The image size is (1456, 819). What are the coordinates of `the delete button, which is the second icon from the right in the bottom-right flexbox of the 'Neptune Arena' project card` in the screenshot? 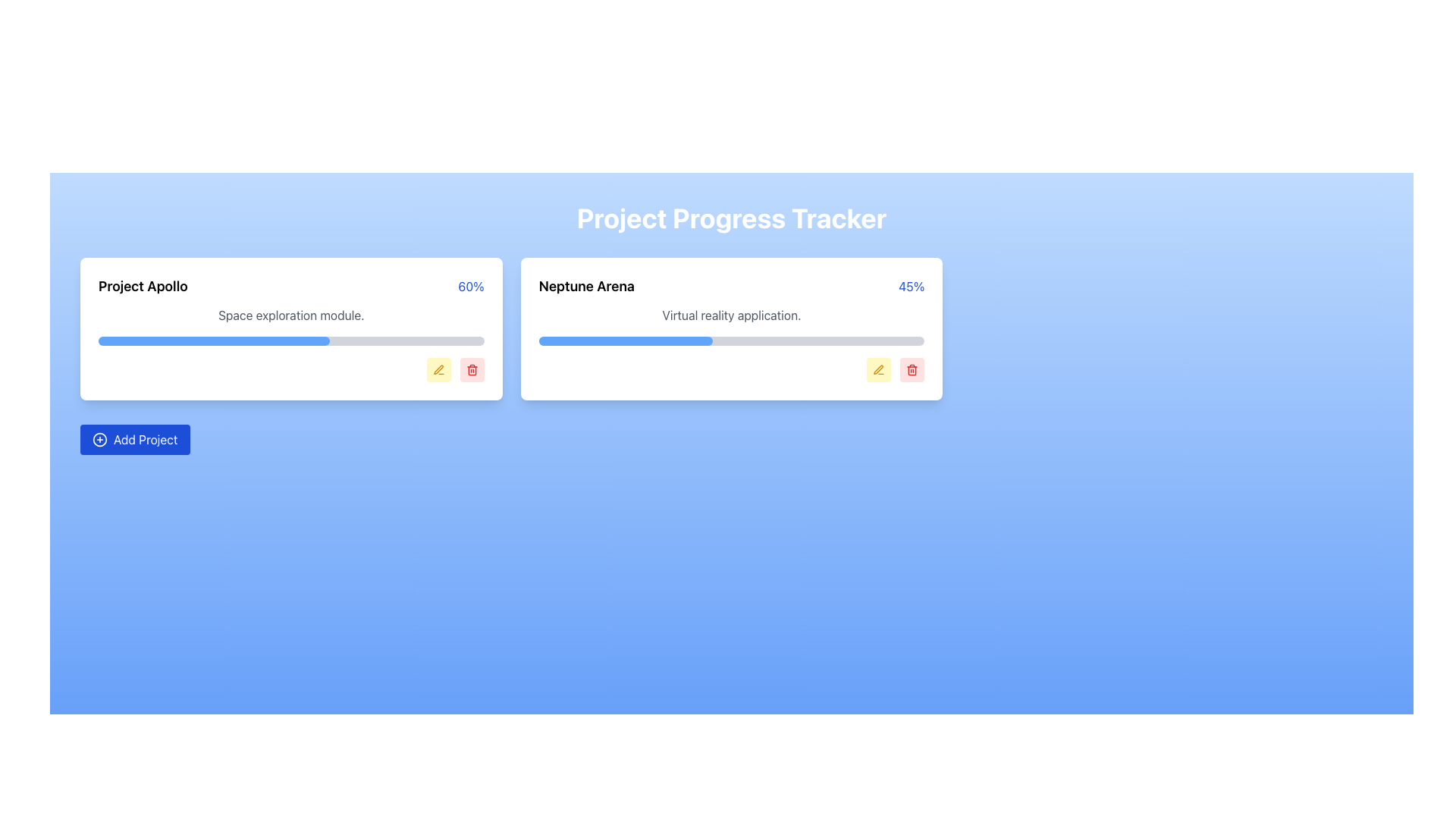 It's located at (912, 370).